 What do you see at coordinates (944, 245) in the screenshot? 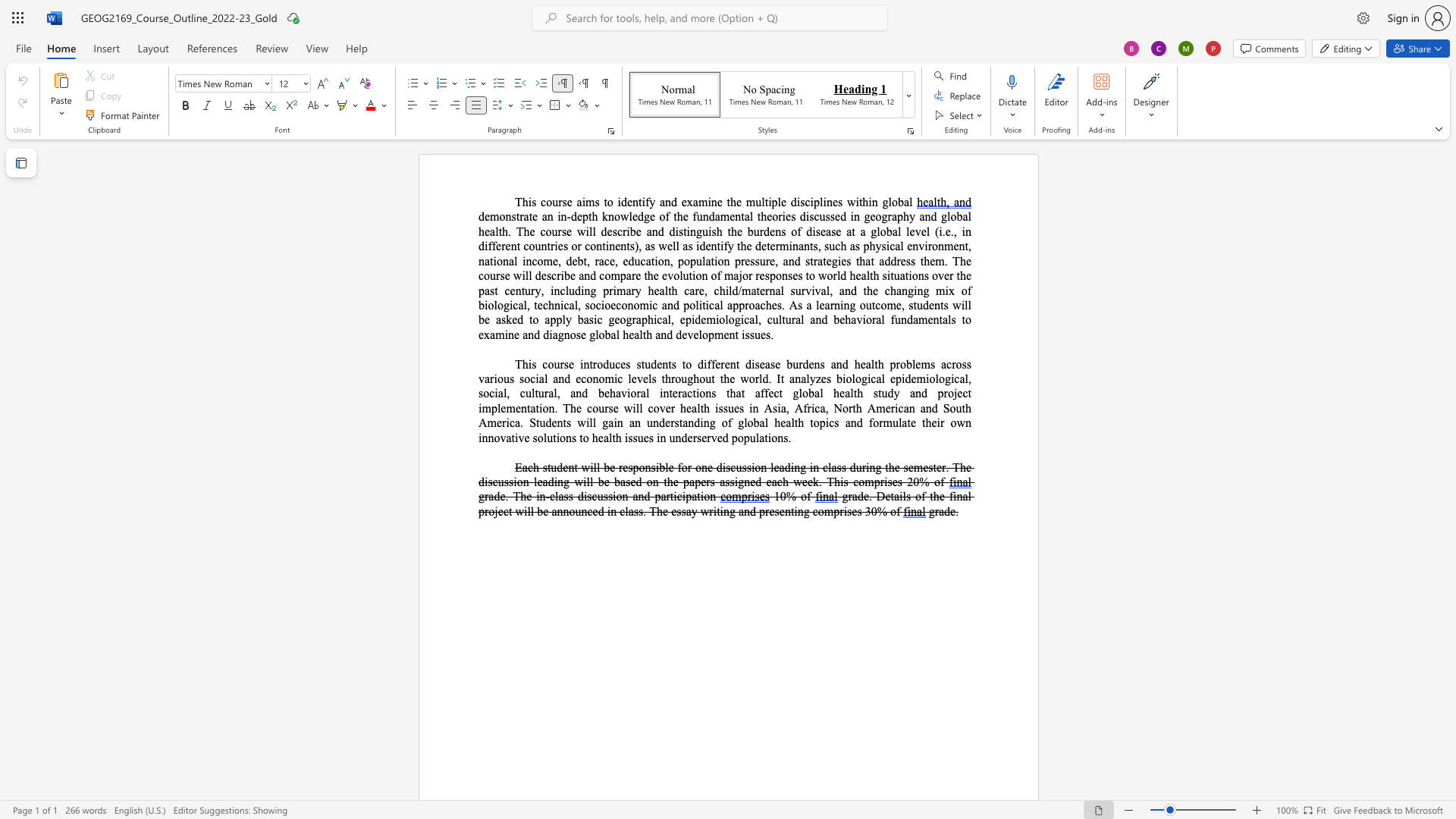
I see `the space between the continuous character "n" and "m" in the text` at bounding box center [944, 245].